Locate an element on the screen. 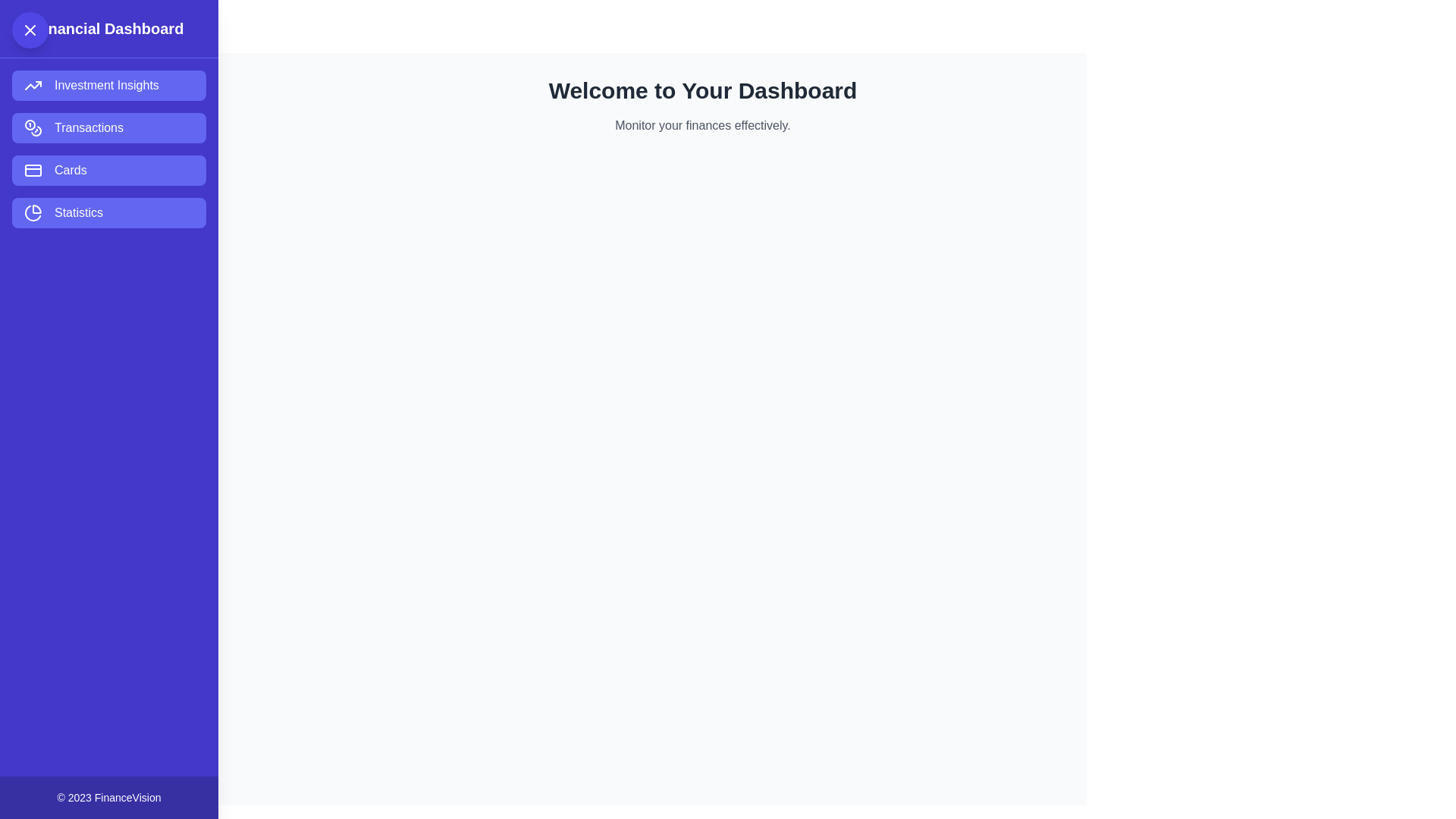 The height and width of the screenshot is (819, 1456). the circular icon button with a cross symbol inside, styled with a purple background is located at coordinates (30, 30).